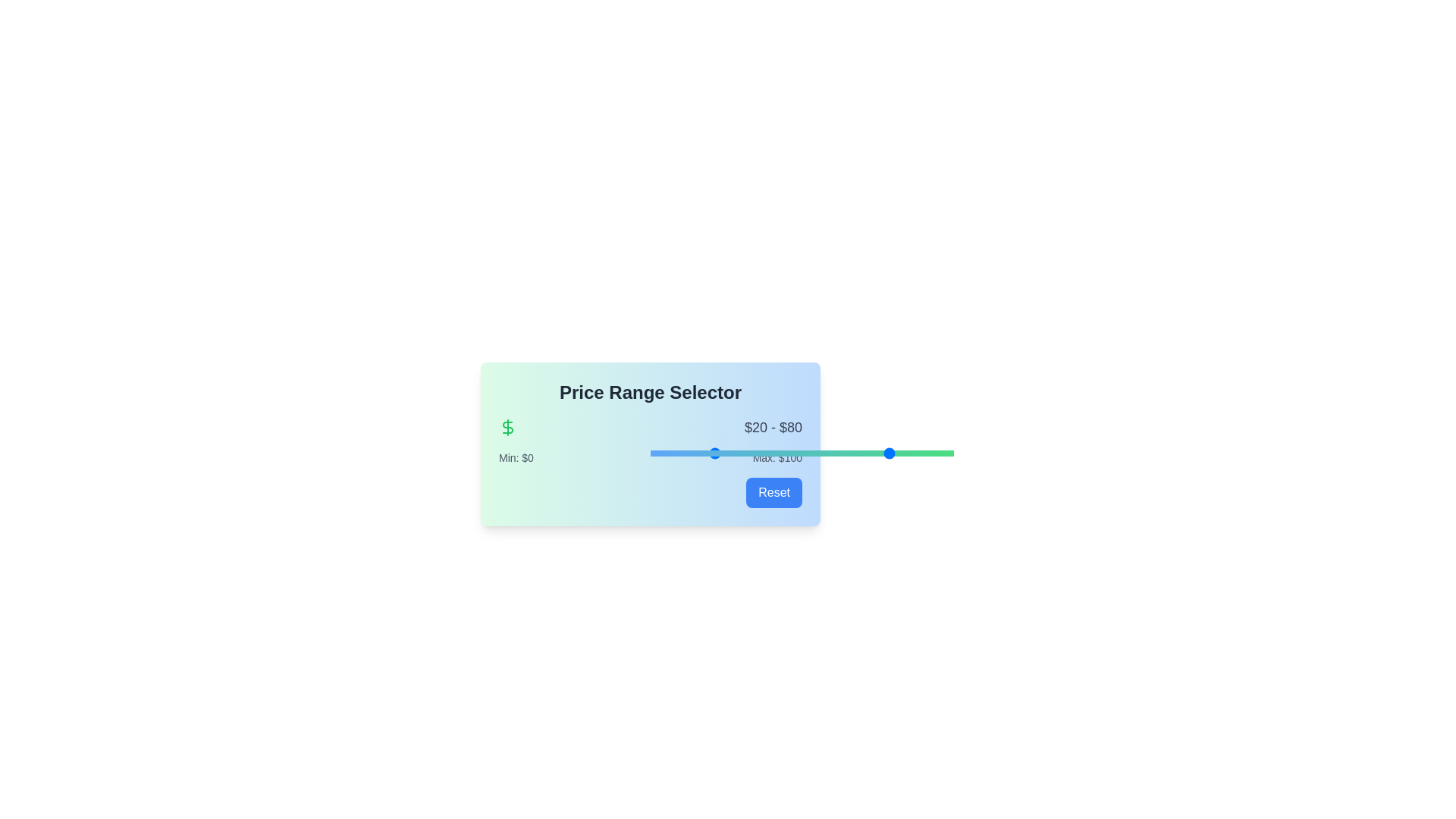 This screenshot has height=819, width=1456. I want to click on the slider, so click(716, 452).